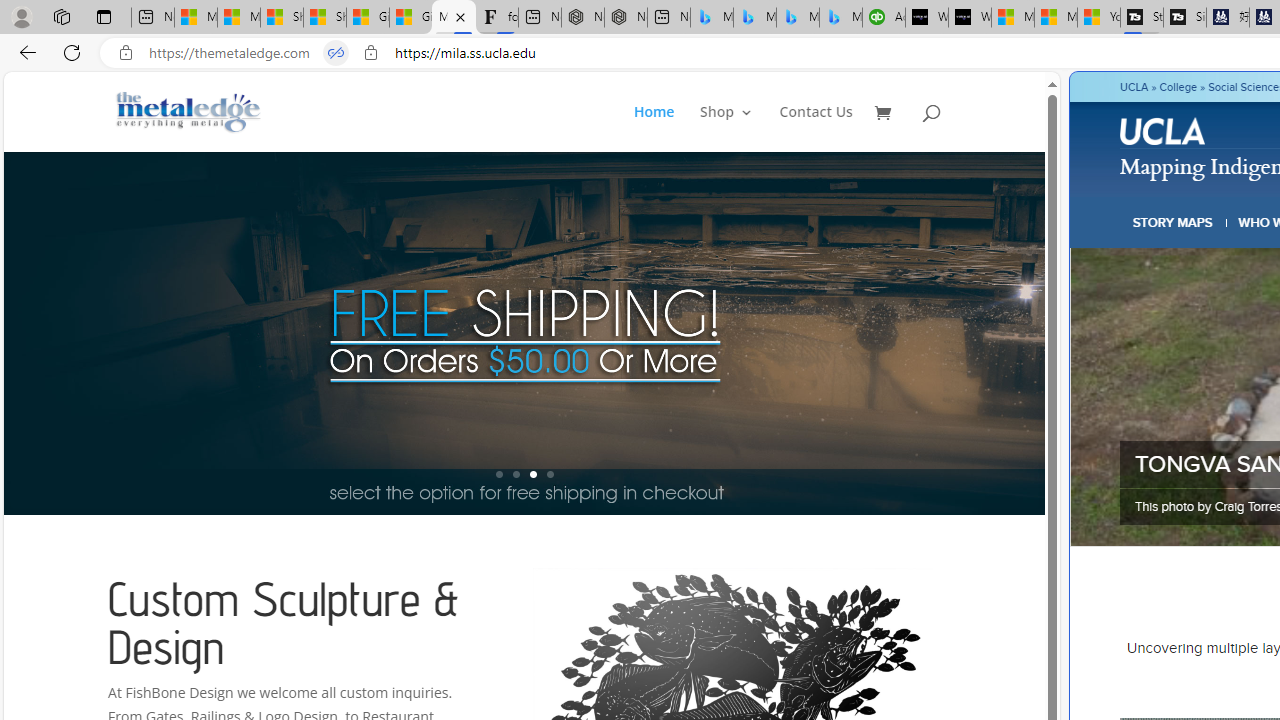 This screenshot has width=1280, height=720. Describe the element at coordinates (1055, 17) in the screenshot. I see `'Microsoft Start'` at that location.